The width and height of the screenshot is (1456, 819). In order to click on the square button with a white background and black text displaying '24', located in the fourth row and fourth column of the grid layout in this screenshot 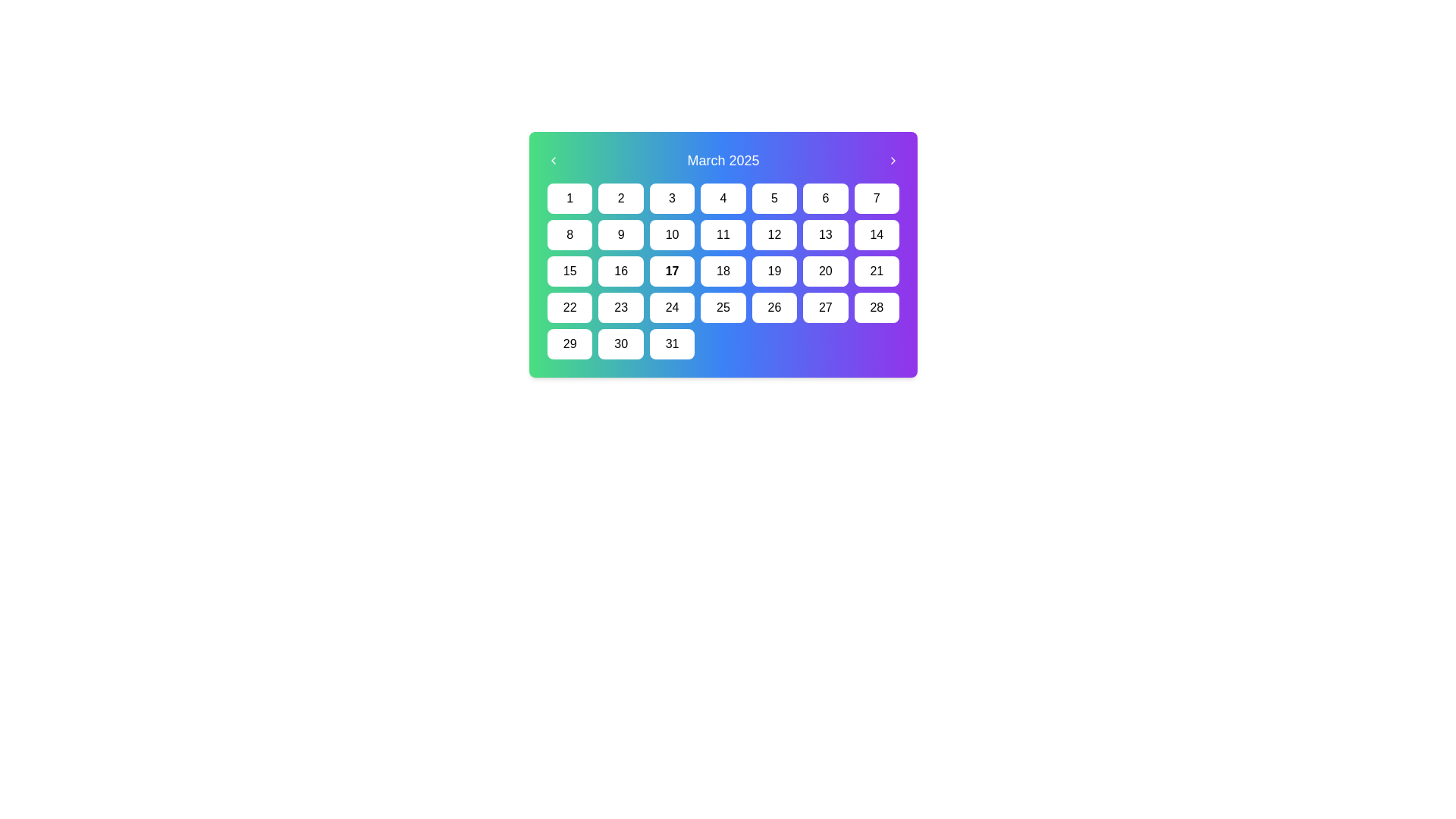, I will do `click(671, 307)`.